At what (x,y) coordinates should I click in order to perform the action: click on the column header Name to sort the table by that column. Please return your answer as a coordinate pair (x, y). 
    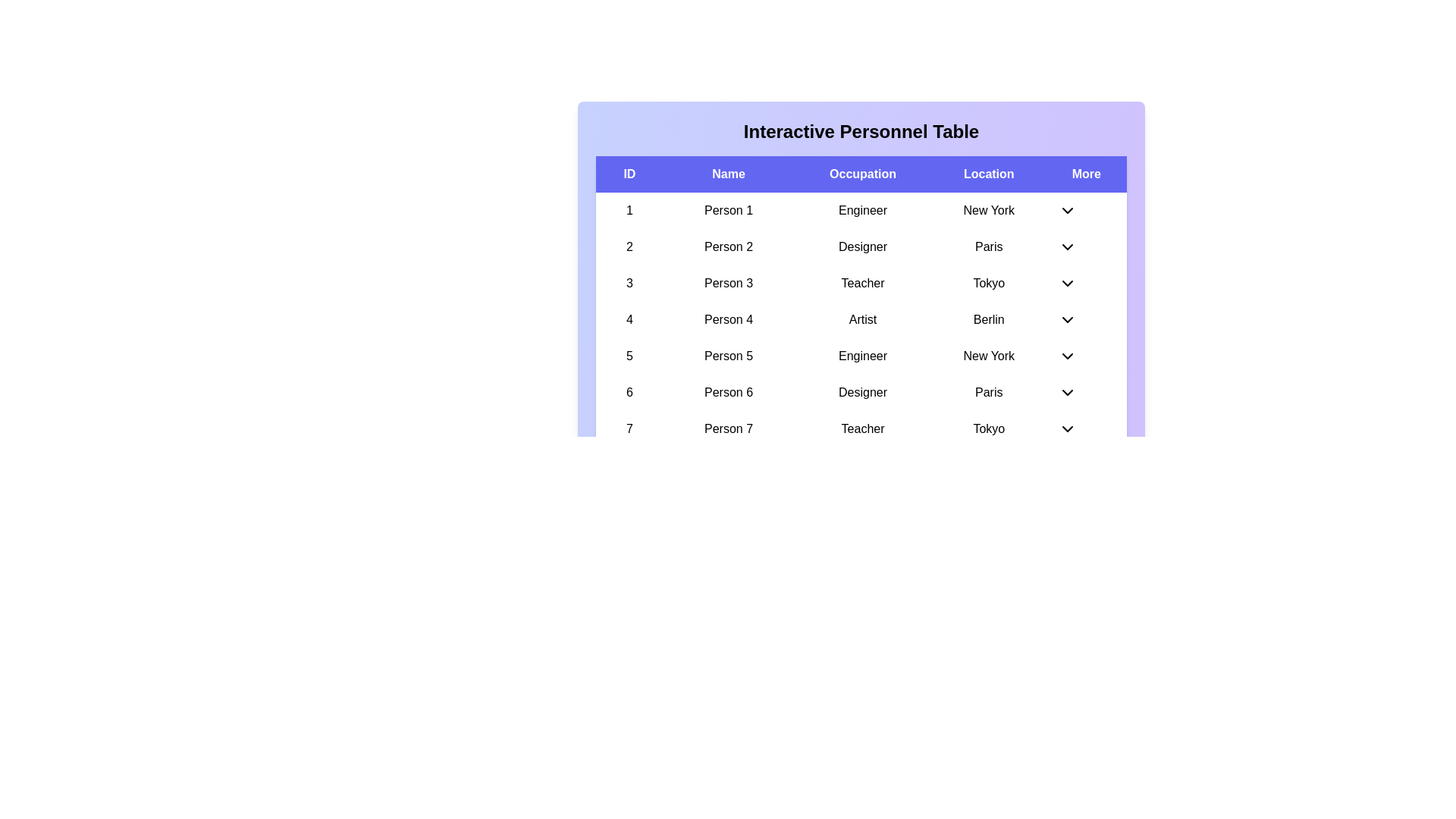
    Looking at the image, I should click on (728, 174).